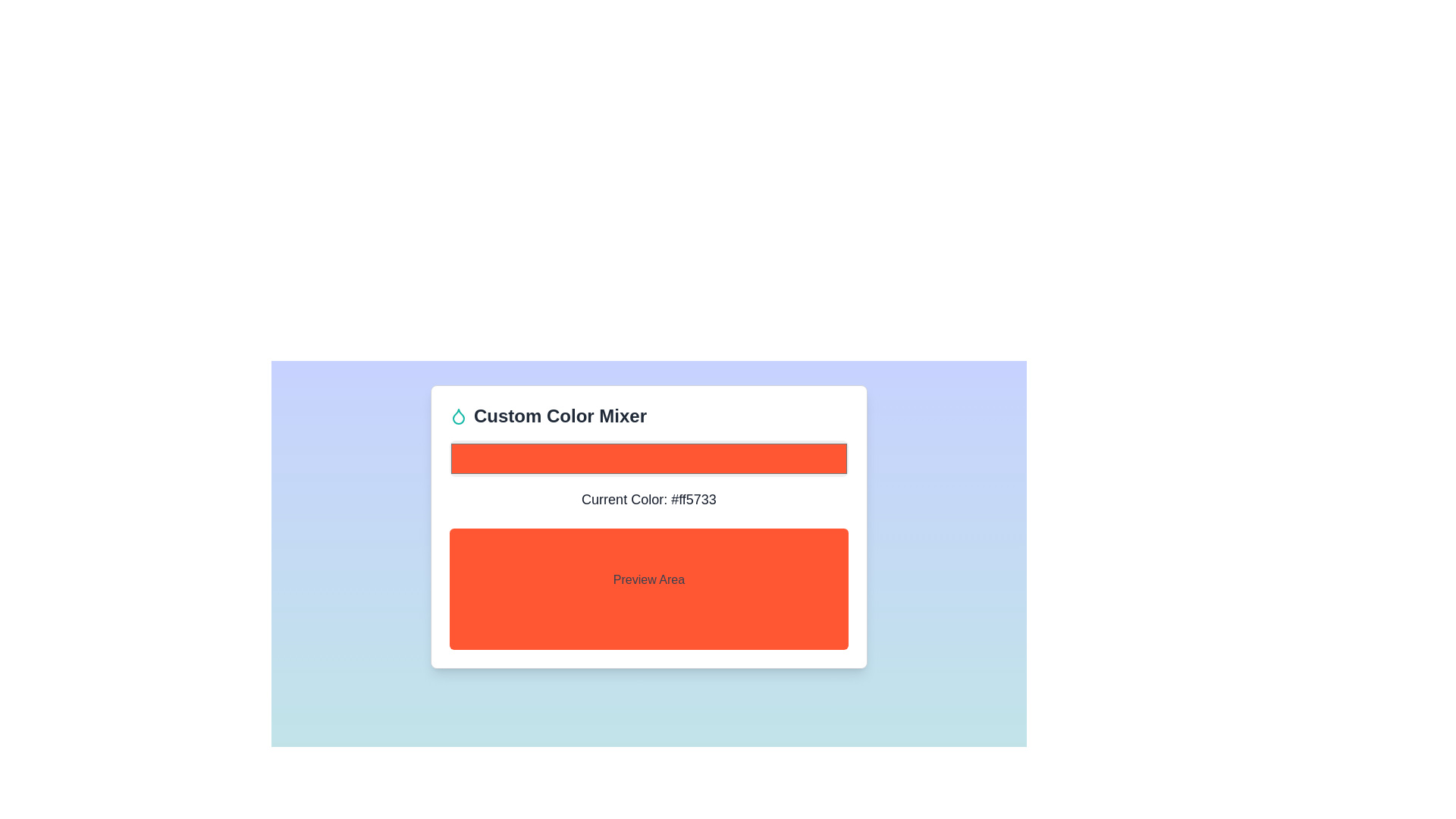 The image size is (1456, 819). I want to click on the text label reading 'Preview Area' which is centered within the second section of the 'Custom Color Mixer' interface, located just below the current color display, so click(648, 579).